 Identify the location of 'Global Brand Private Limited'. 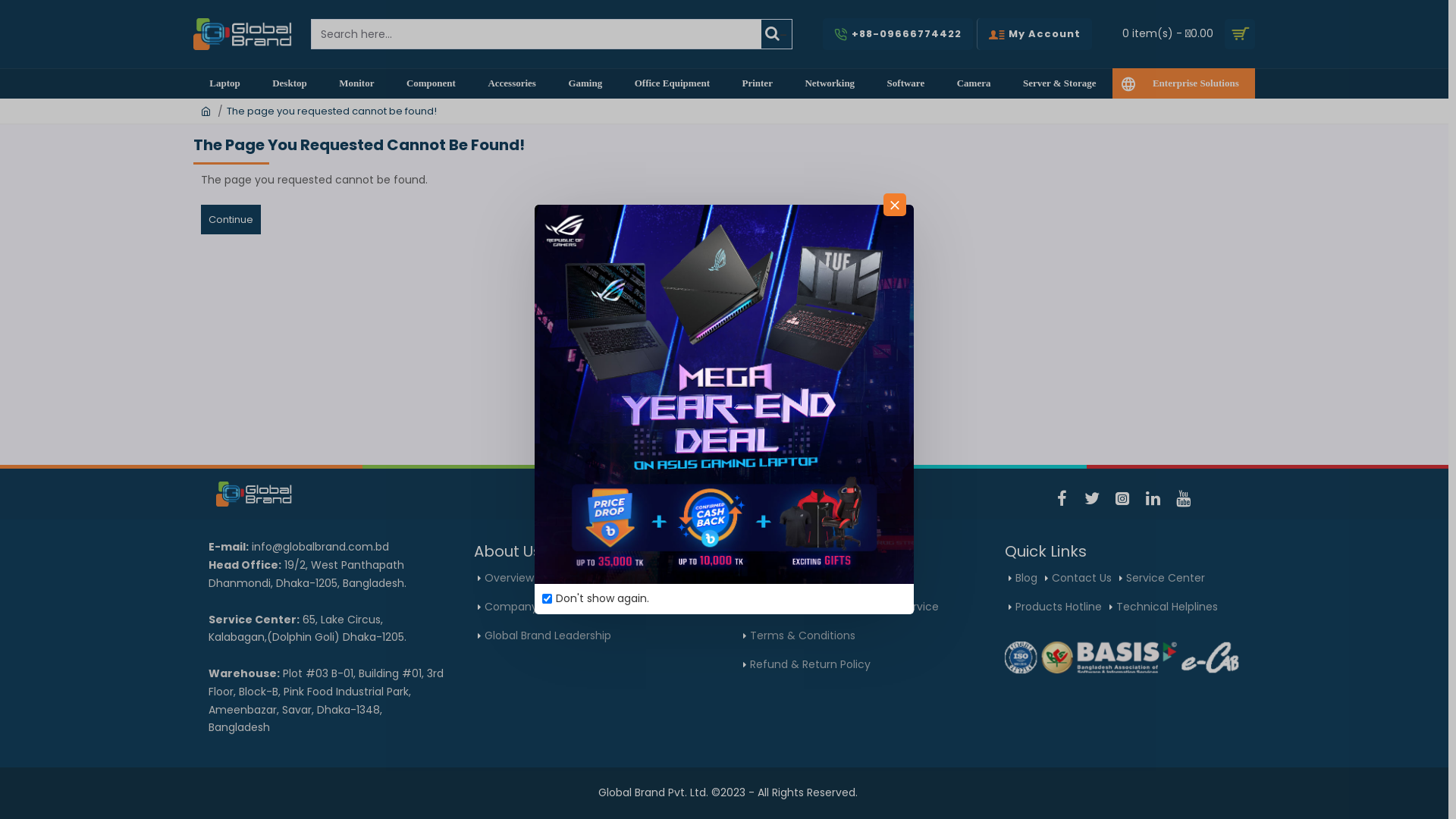
(243, 34).